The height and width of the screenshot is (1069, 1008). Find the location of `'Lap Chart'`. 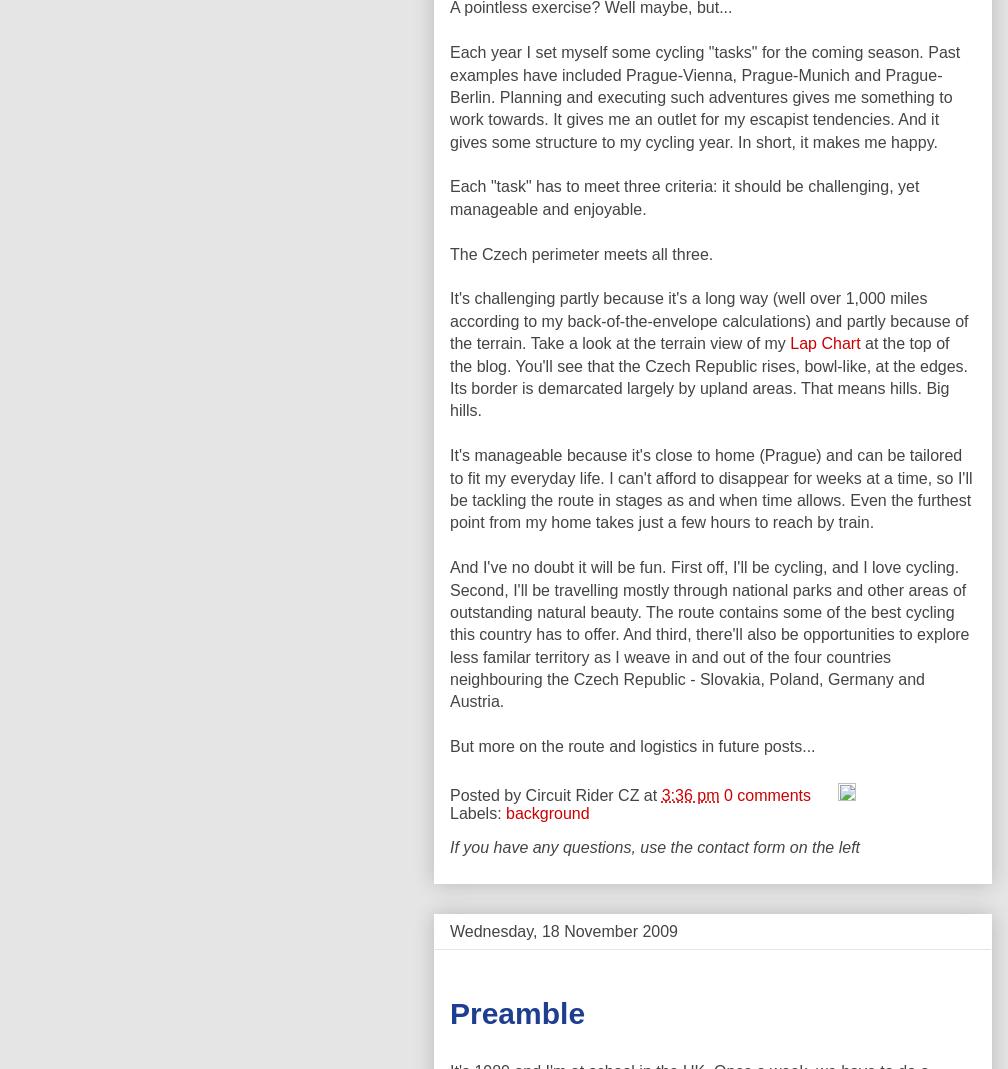

'Lap Chart' is located at coordinates (825, 343).